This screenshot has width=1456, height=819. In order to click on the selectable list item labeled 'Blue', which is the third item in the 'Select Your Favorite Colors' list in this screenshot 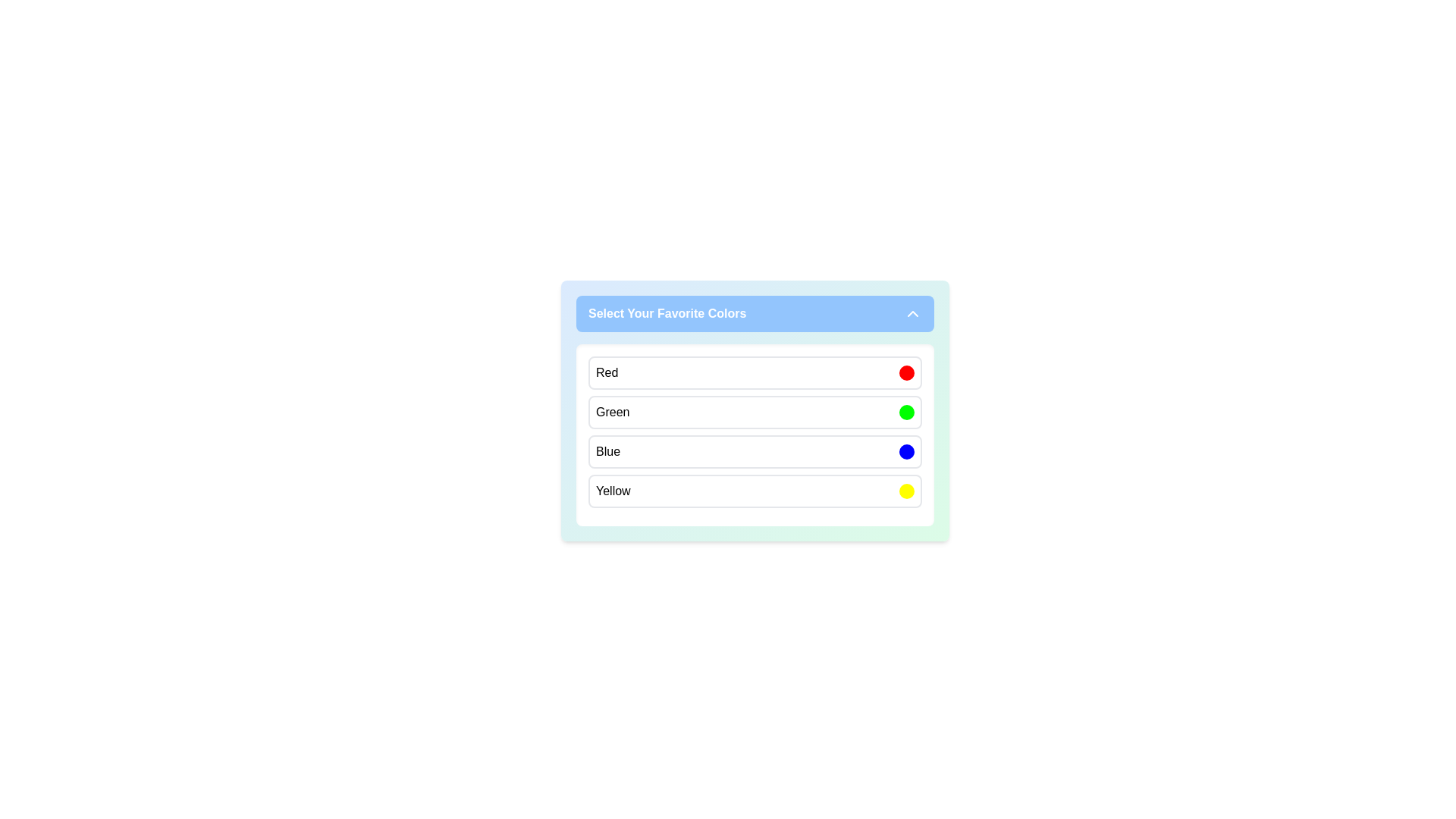, I will do `click(755, 451)`.